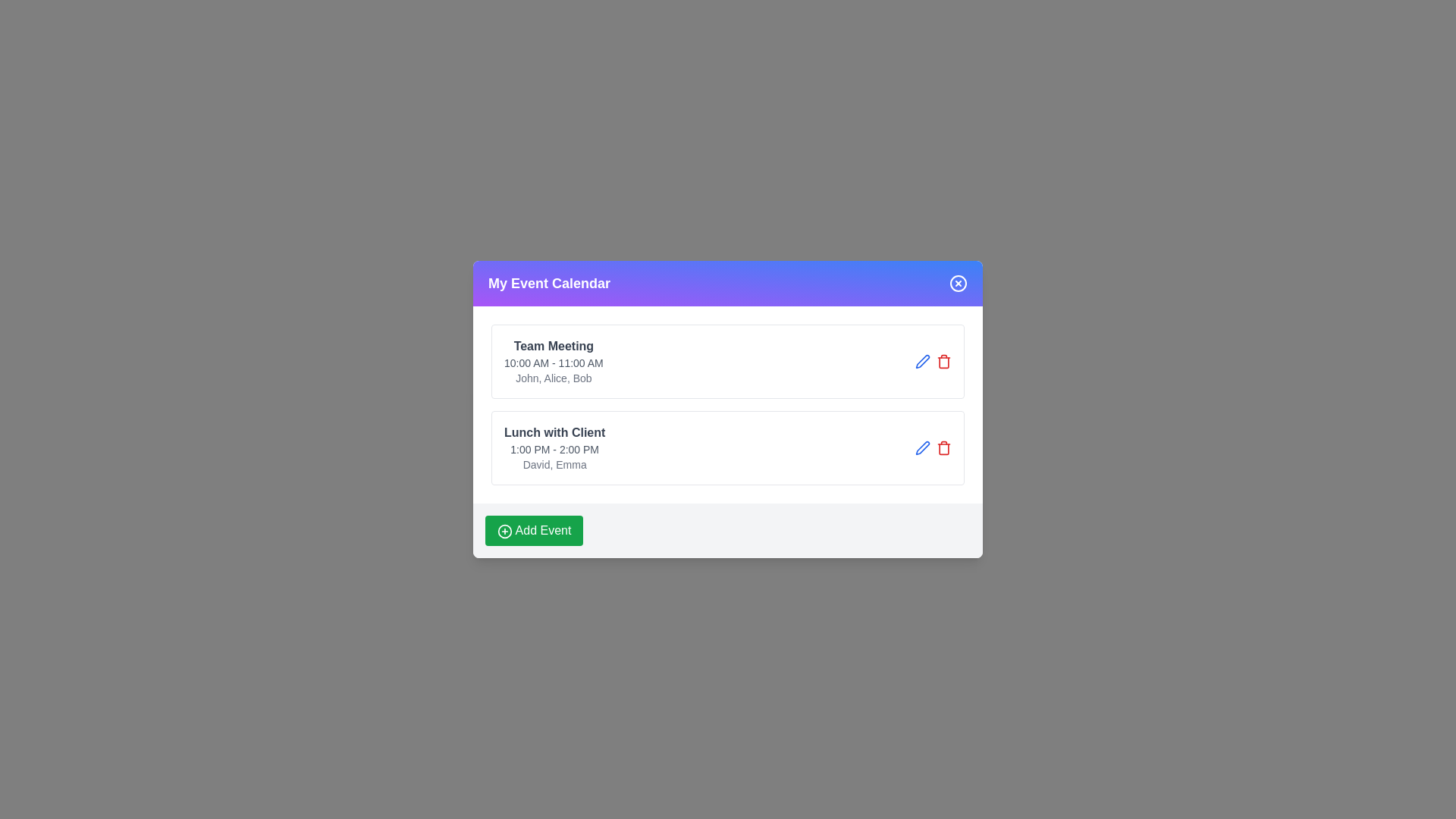 The width and height of the screenshot is (1456, 819). Describe the element at coordinates (943, 362) in the screenshot. I see `the red trash can icon button for the 'Lunch with Client' event` at that location.